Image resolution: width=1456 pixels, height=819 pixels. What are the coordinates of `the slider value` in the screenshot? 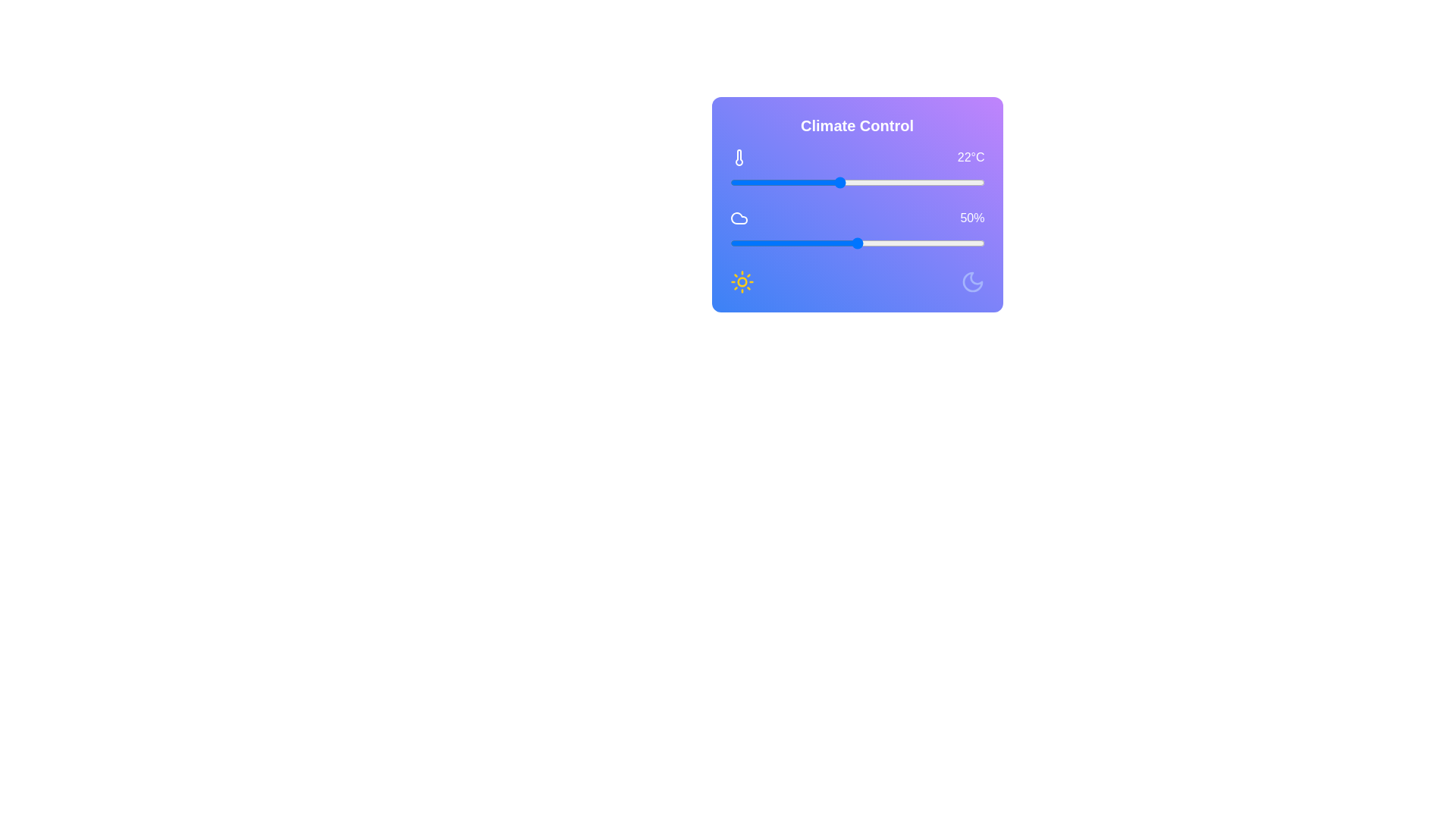 It's located at (827, 242).